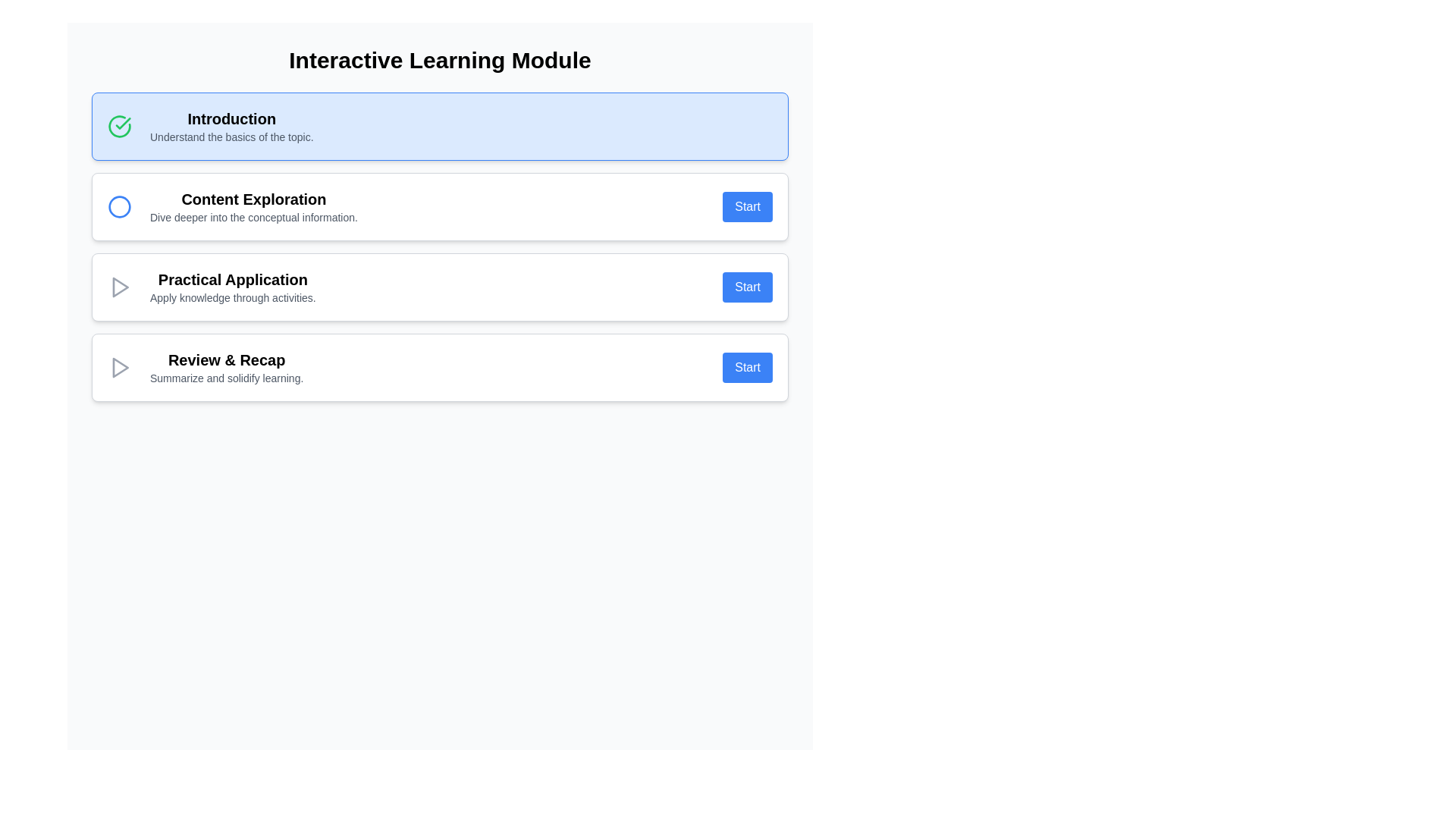  I want to click on the Informational Panel, which serves as an entry point for an introductory section, located above elements titled 'Content Exploration', 'Practical Application', and 'Review & Recap', so click(439, 125).